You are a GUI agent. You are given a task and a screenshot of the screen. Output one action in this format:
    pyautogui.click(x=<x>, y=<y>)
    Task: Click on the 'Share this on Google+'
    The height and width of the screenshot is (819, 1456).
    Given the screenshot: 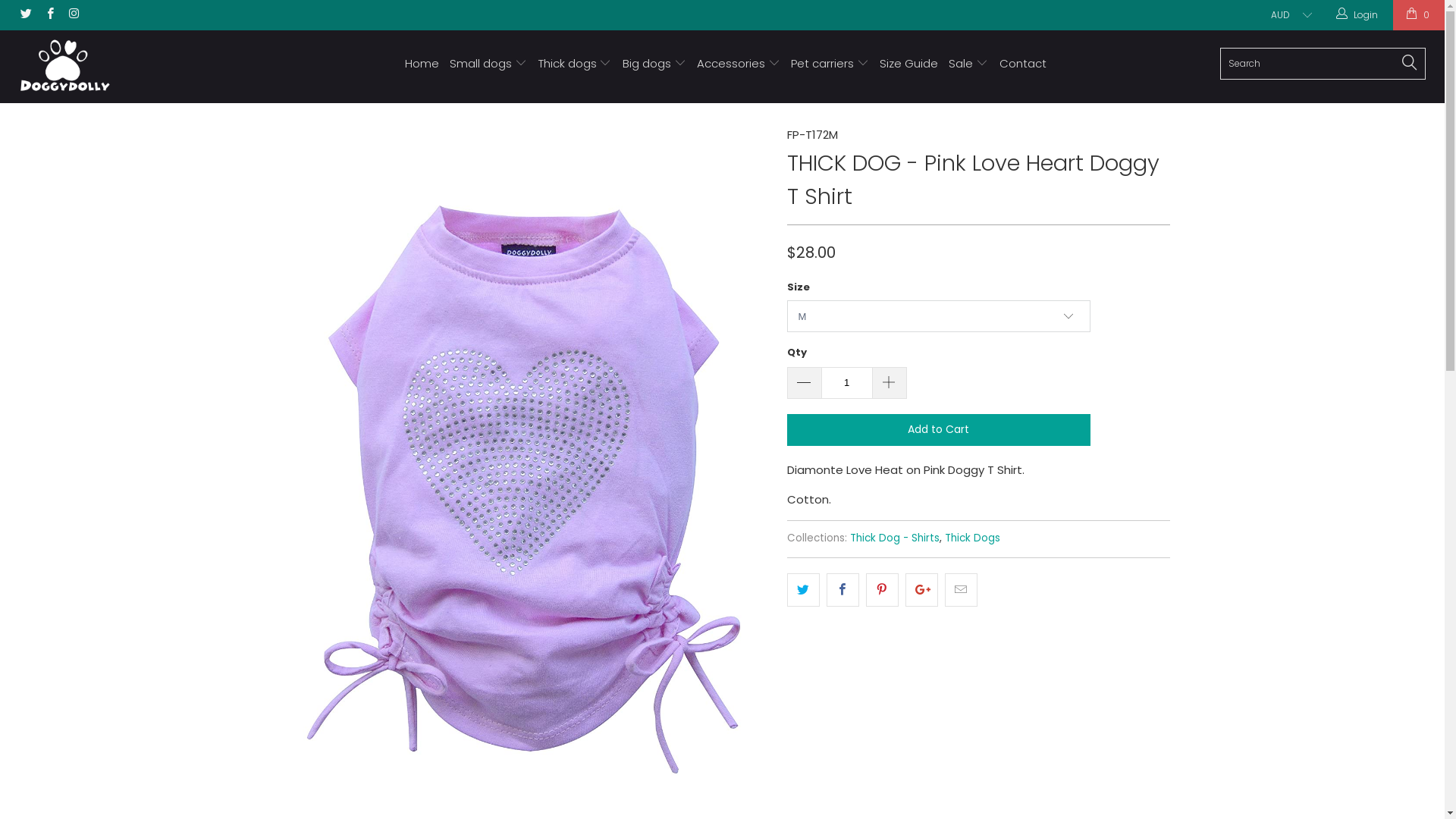 What is the action you would take?
    pyautogui.click(x=921, y=589)
    